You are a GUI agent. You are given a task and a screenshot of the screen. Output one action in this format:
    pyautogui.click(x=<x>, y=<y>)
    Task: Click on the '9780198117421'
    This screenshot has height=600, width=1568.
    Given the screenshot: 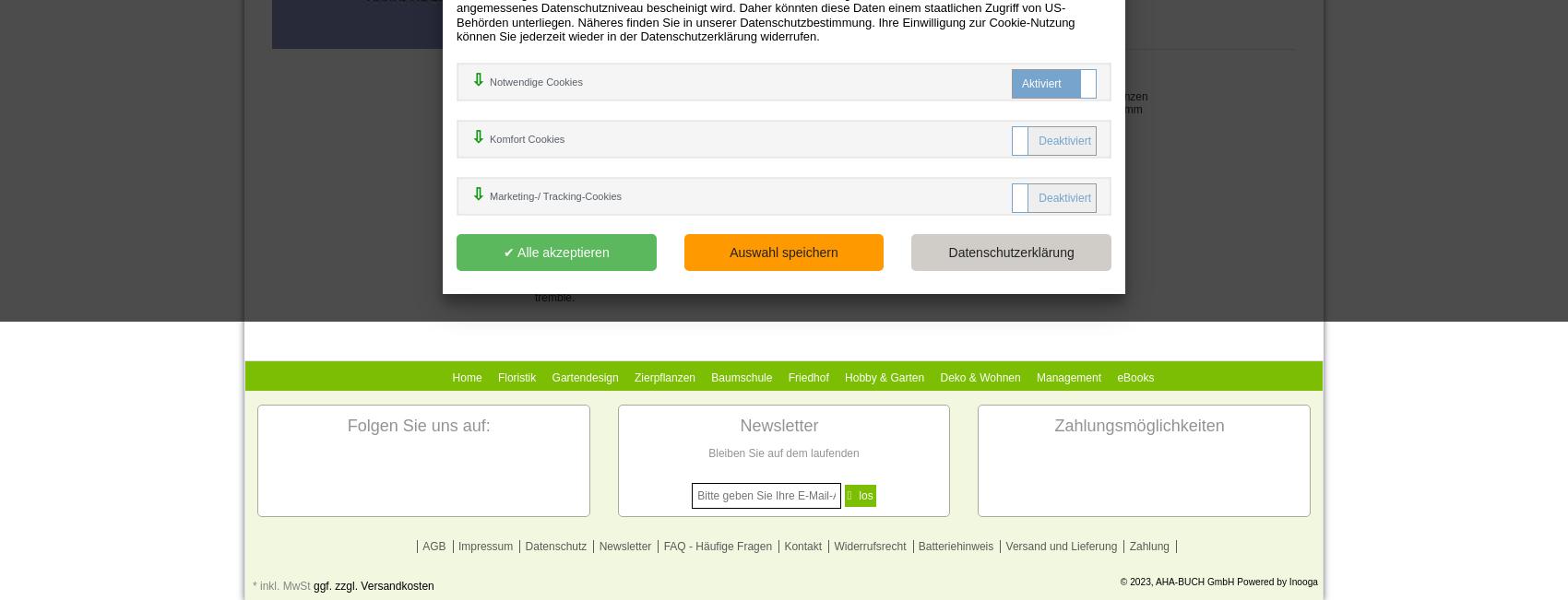 What is the action you would take?
    pyautogui.click(x=705, y=68)
    